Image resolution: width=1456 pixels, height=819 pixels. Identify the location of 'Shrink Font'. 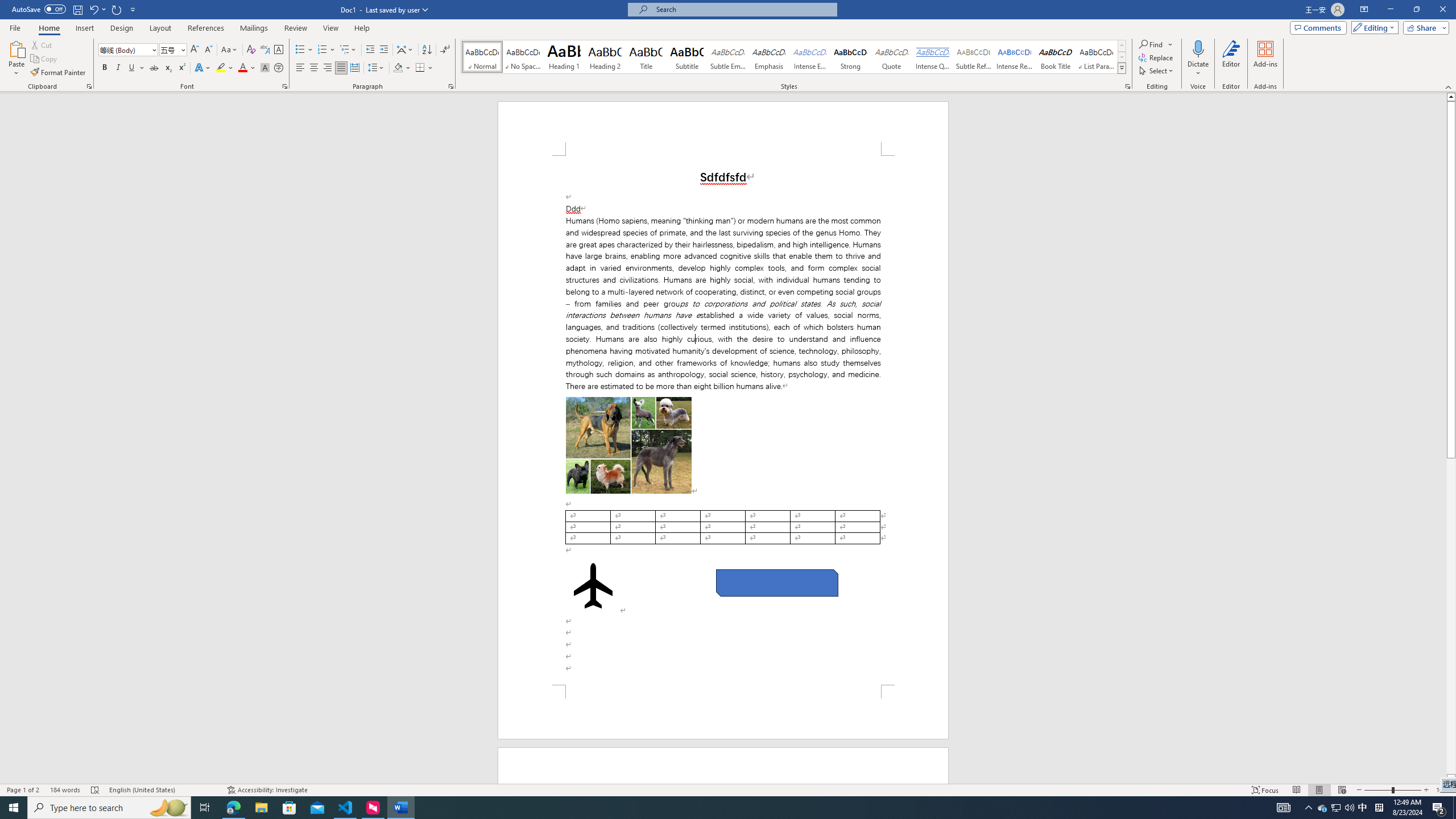
(208, 49).